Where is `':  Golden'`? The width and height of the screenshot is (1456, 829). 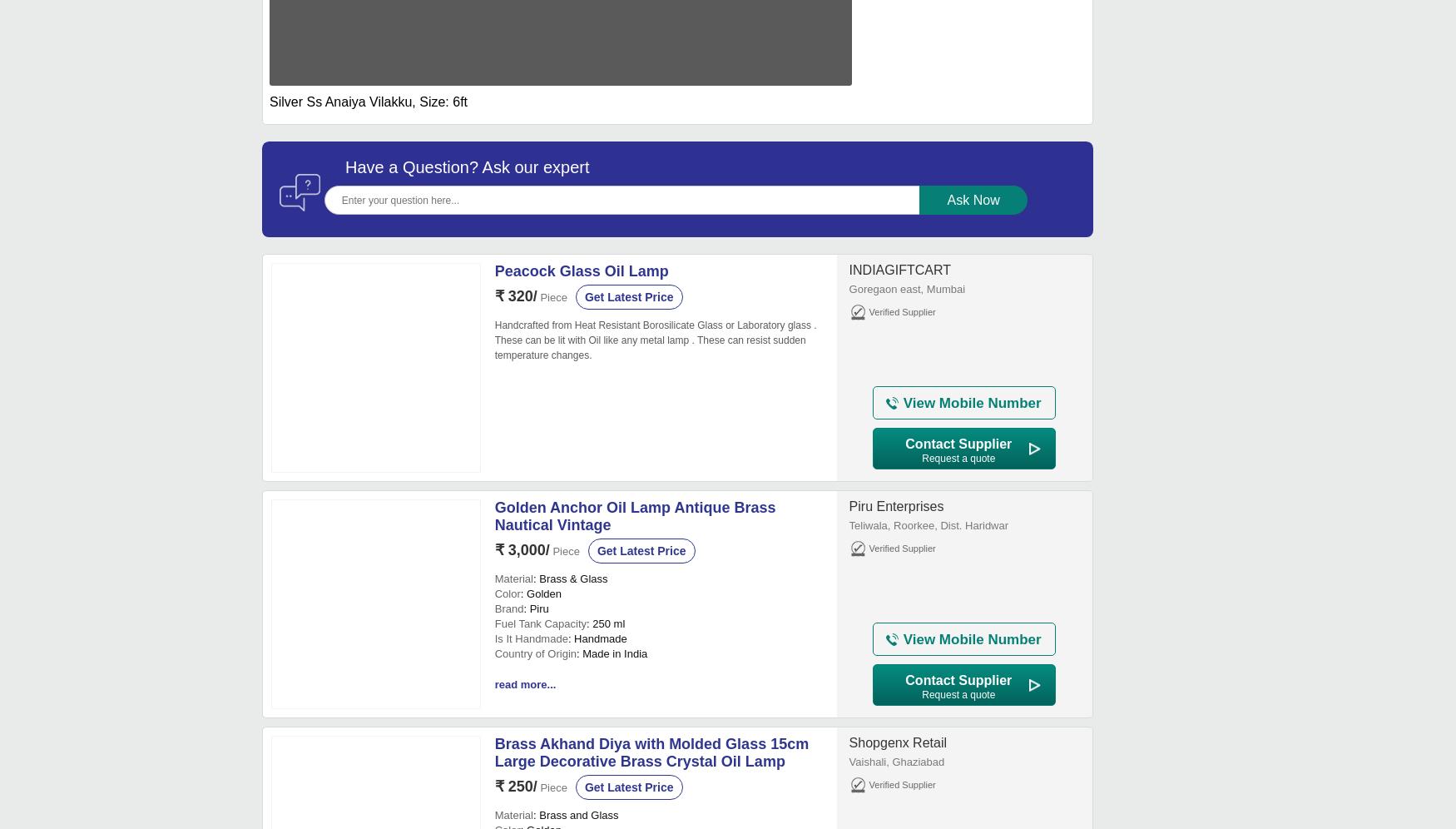
':  Golden' is located at coordinates (539, 593).